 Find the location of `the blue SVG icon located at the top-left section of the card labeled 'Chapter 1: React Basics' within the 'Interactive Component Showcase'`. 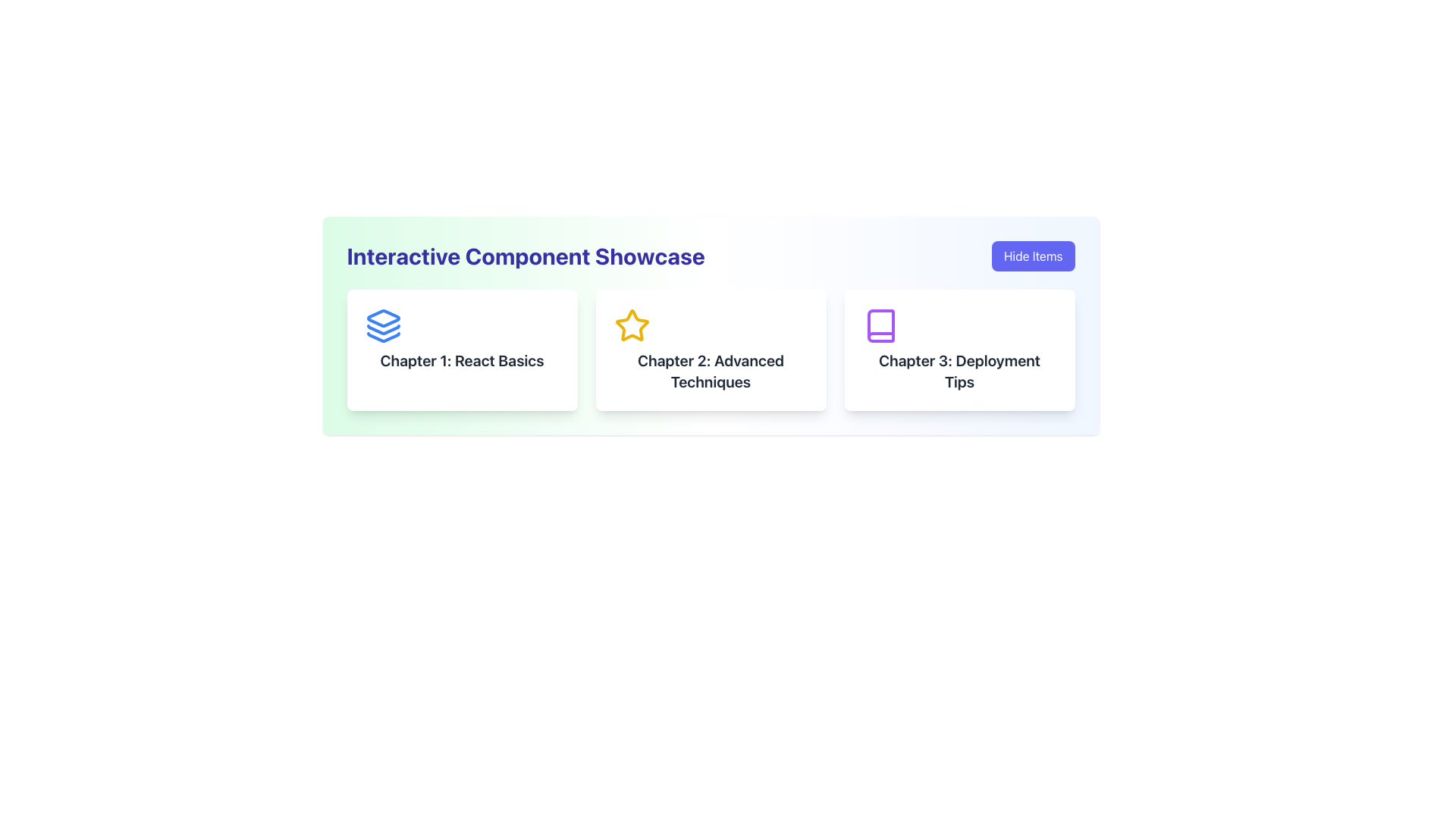

the blue SVG icon located at the top-left section of the card labeled 'Chapter 1: React Basics' within the 'Interactive Component Showcase' is located at coordinates (383, 325).